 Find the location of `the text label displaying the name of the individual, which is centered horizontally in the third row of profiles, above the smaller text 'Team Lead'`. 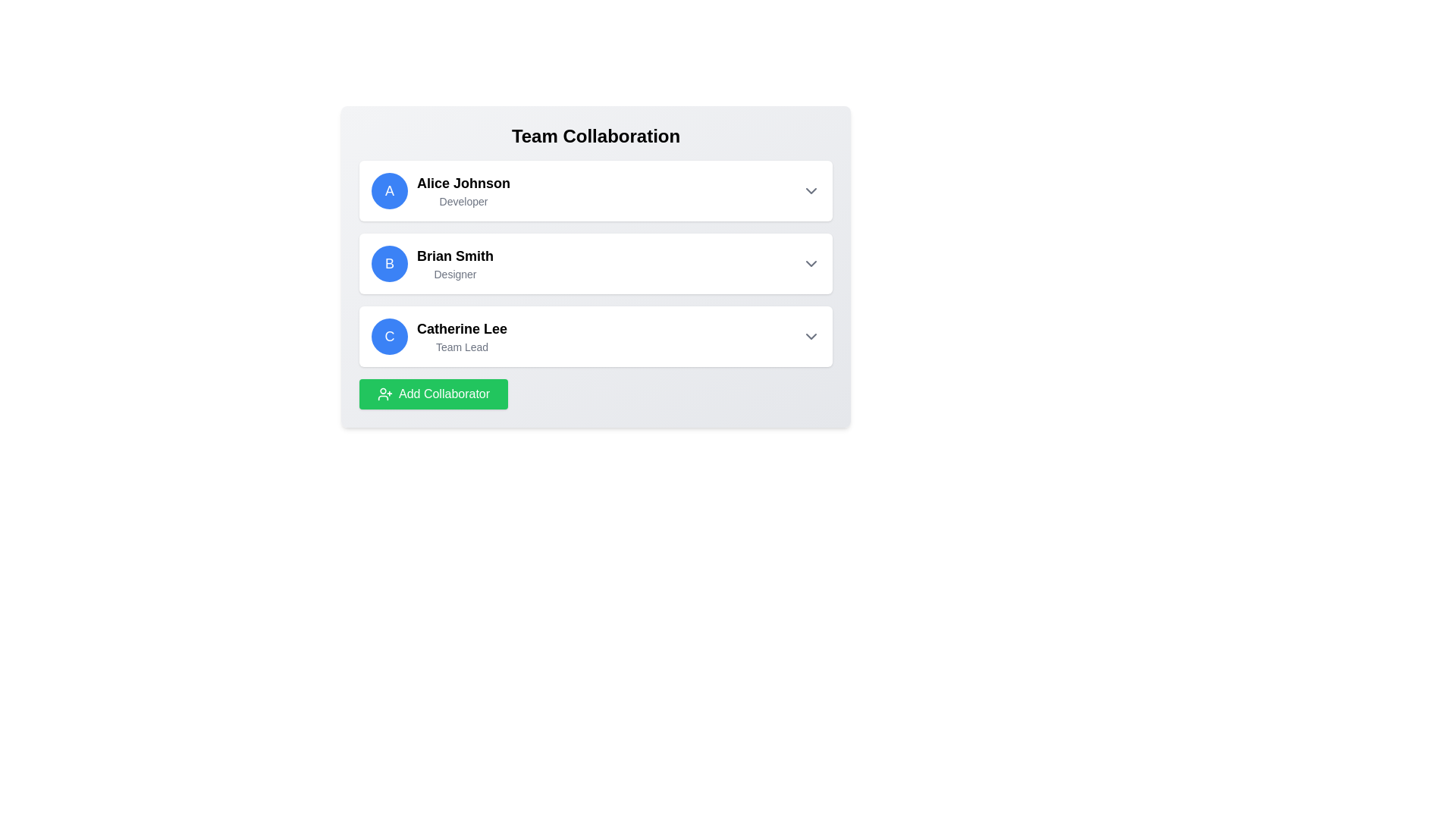

the text label displaying the name of the individual, which is centered horizontally in the third row of profiles, above the smaller text 'Team Lead' is located at coordinates (461, 328).